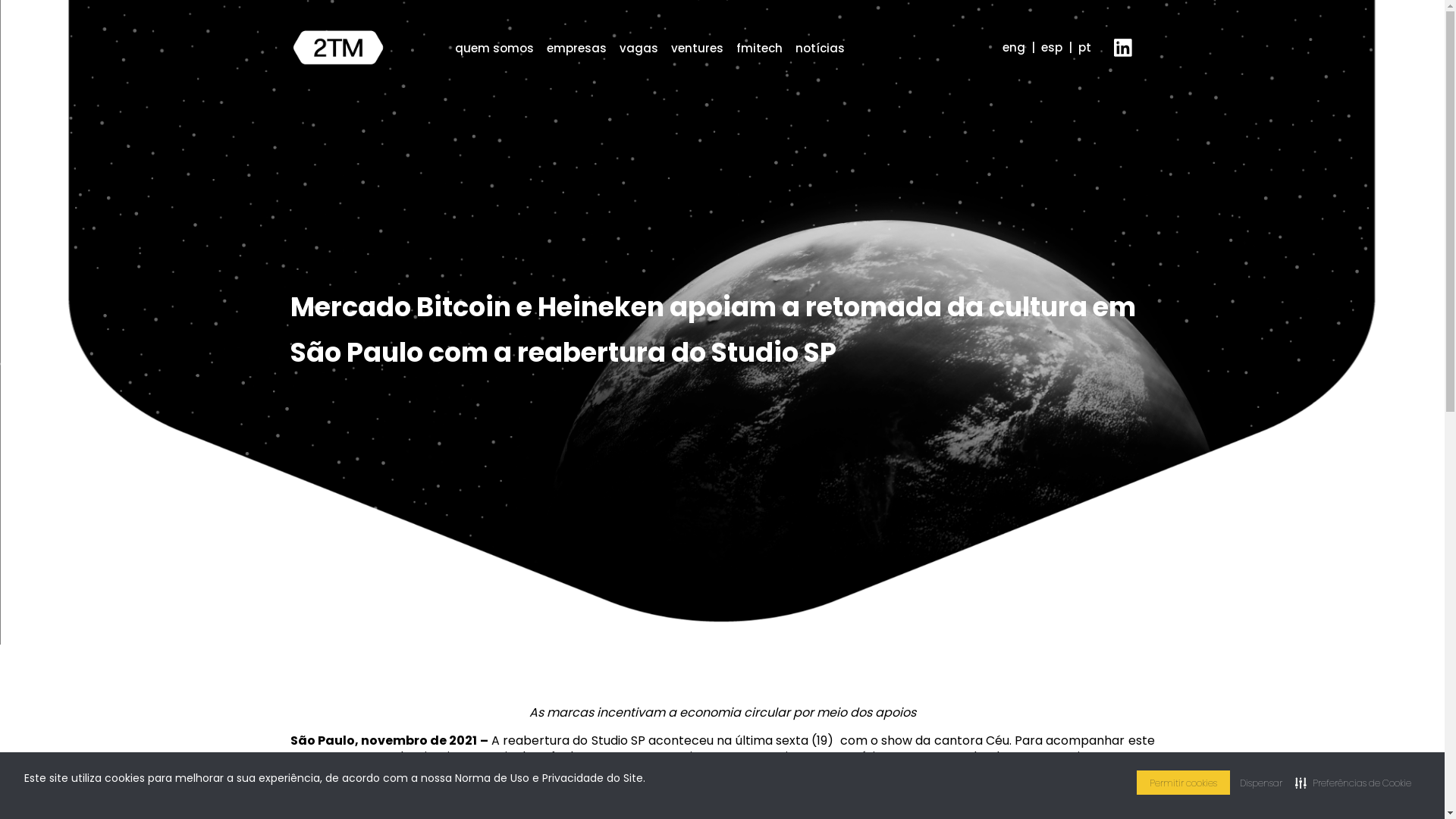 This screenshot has width=1456, height=819. I want to click on 'empresas', so click(546, 47).